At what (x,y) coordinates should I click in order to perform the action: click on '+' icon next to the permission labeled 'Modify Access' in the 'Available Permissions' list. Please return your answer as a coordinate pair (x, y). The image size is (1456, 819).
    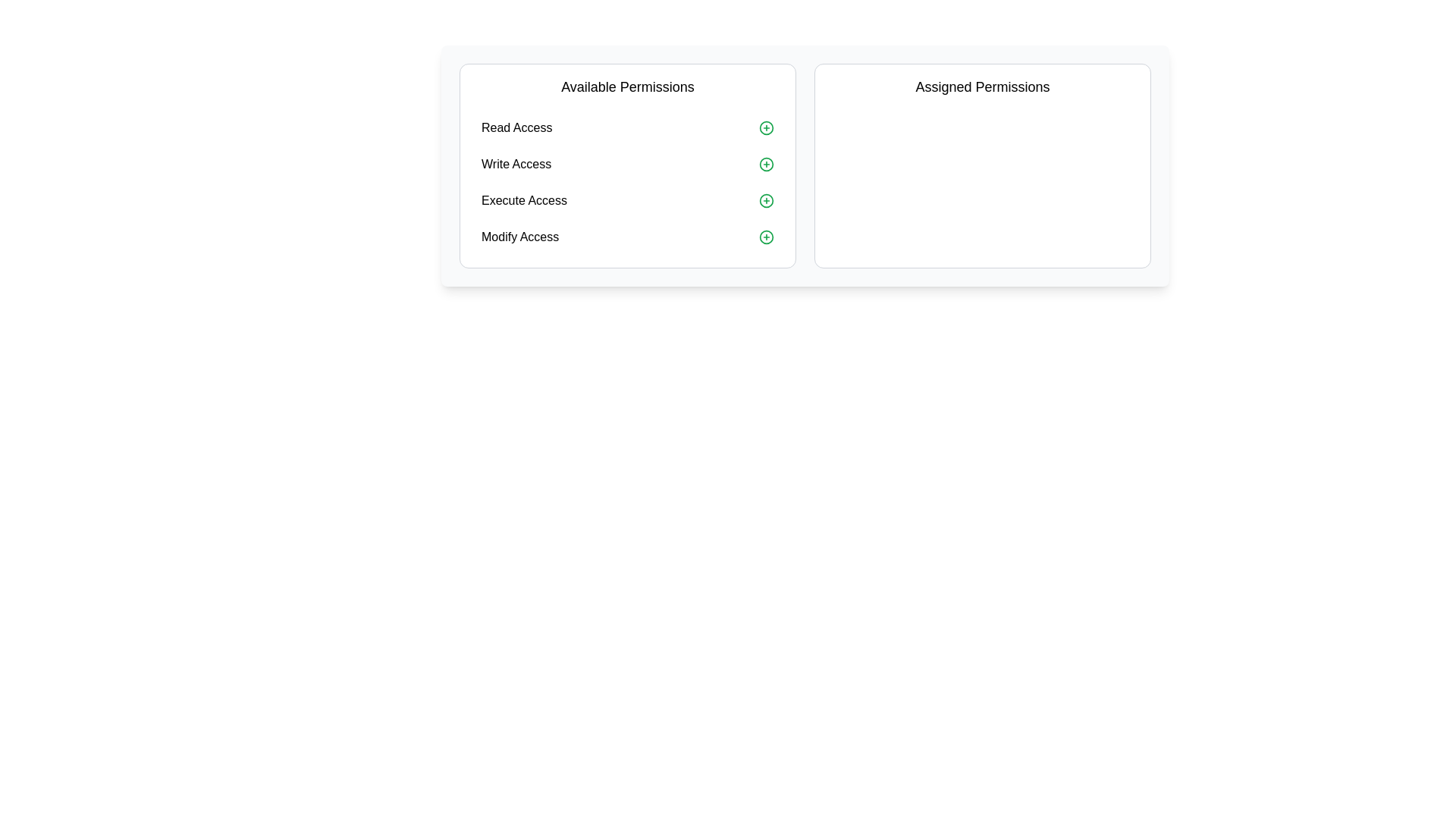
    Looking at the image, I should click on (767, 237).